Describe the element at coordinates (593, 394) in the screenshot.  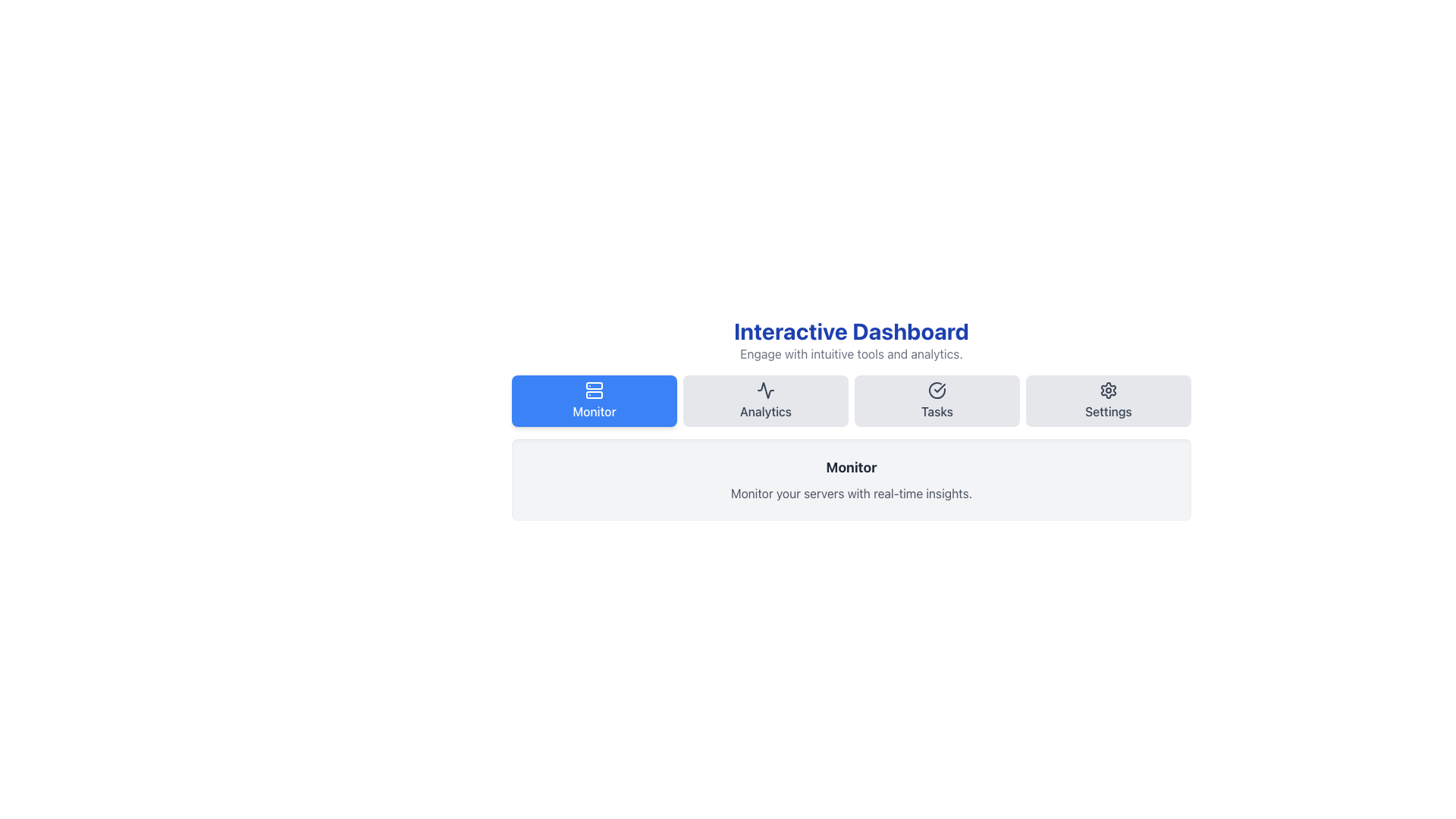
I see `the second rounded rectangle of the server icon, which is positioned in the leftmost button of the horizontal navigation bar at the top of the interface` at that location.